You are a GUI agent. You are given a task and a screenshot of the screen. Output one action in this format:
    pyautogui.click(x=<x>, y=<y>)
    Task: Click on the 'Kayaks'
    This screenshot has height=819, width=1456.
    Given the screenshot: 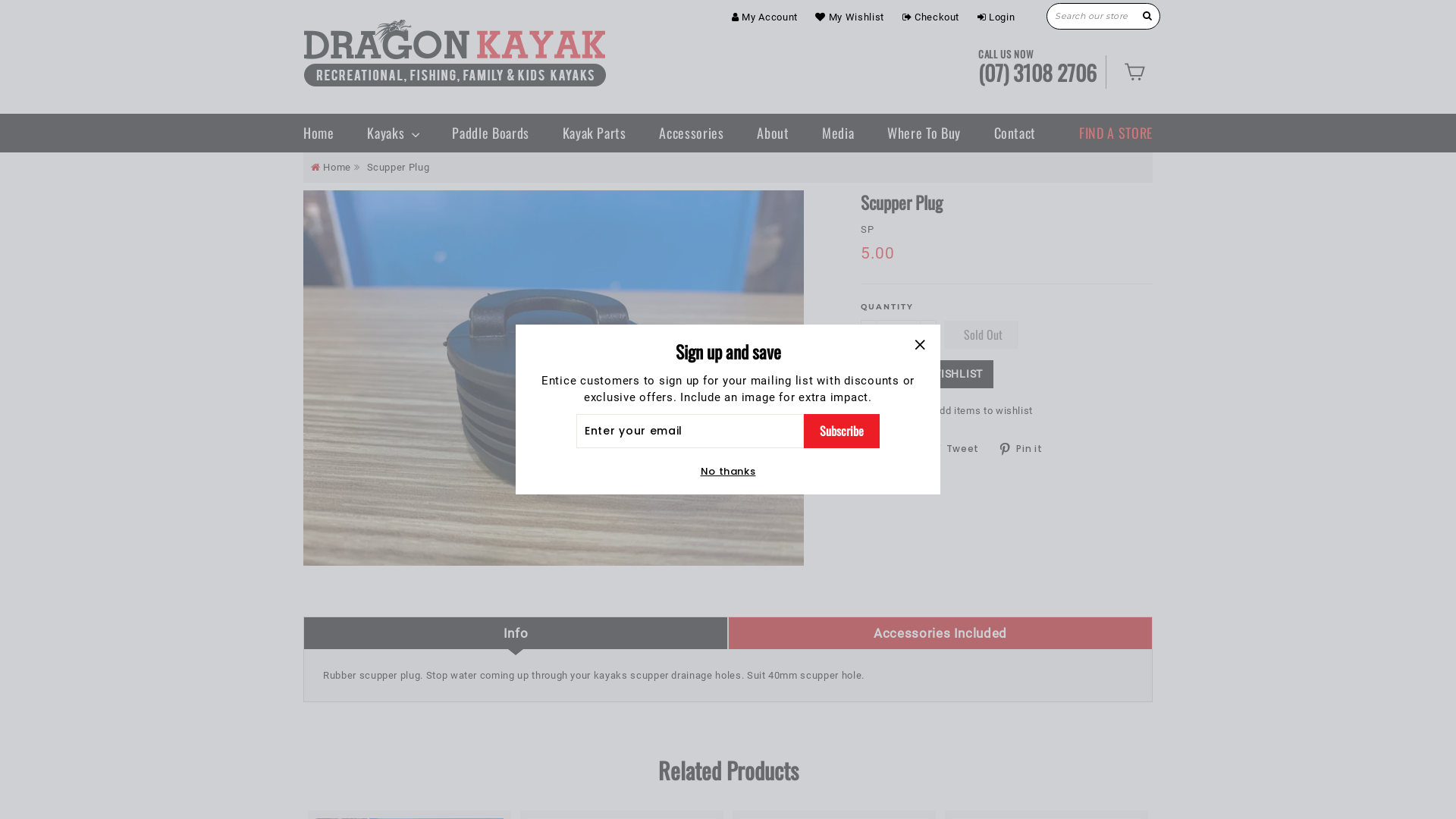 What is the action you would take?
    pyautogui.click(x=351, y=132)
    